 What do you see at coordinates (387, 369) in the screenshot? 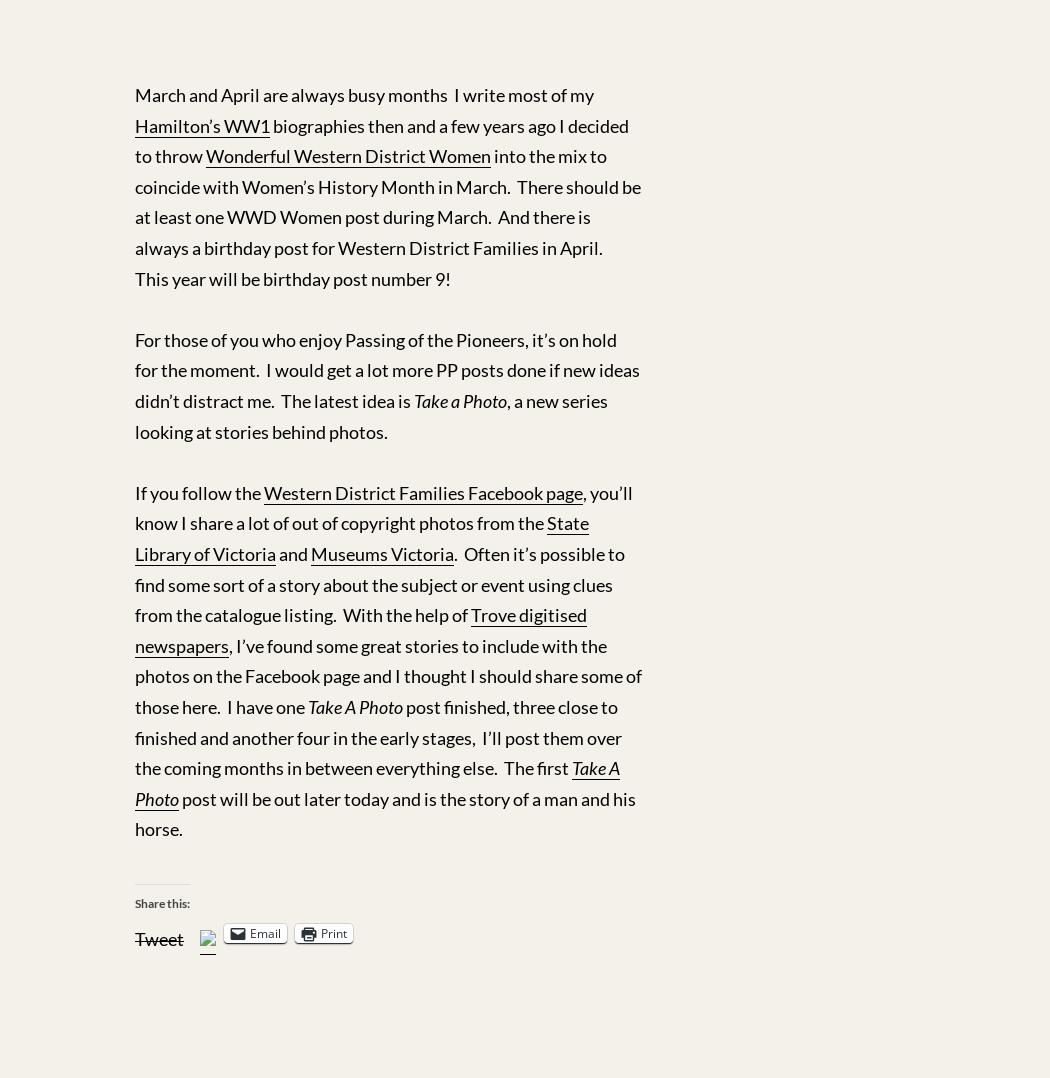
I see `'For those of you who enjoy Passing of the Pioneers, it’s on hold for the moment.  I would get a lot more PP posts done if new ideas didn’t distract me.  The latest idea is'` at bounding box center [387, 369].